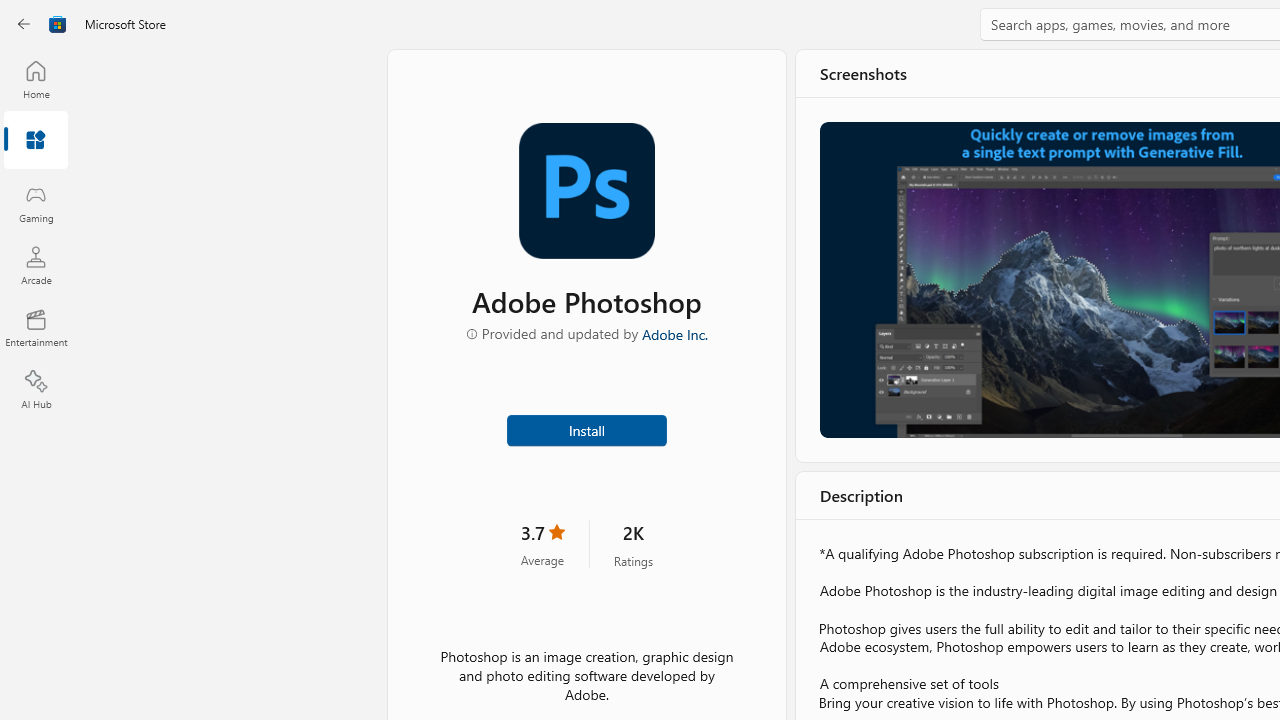 The width and height of the screenshot is (1280, 720). Describe the element at coordinates (35, 390) in the screenshot. I see `'AI Hub'` at that location.